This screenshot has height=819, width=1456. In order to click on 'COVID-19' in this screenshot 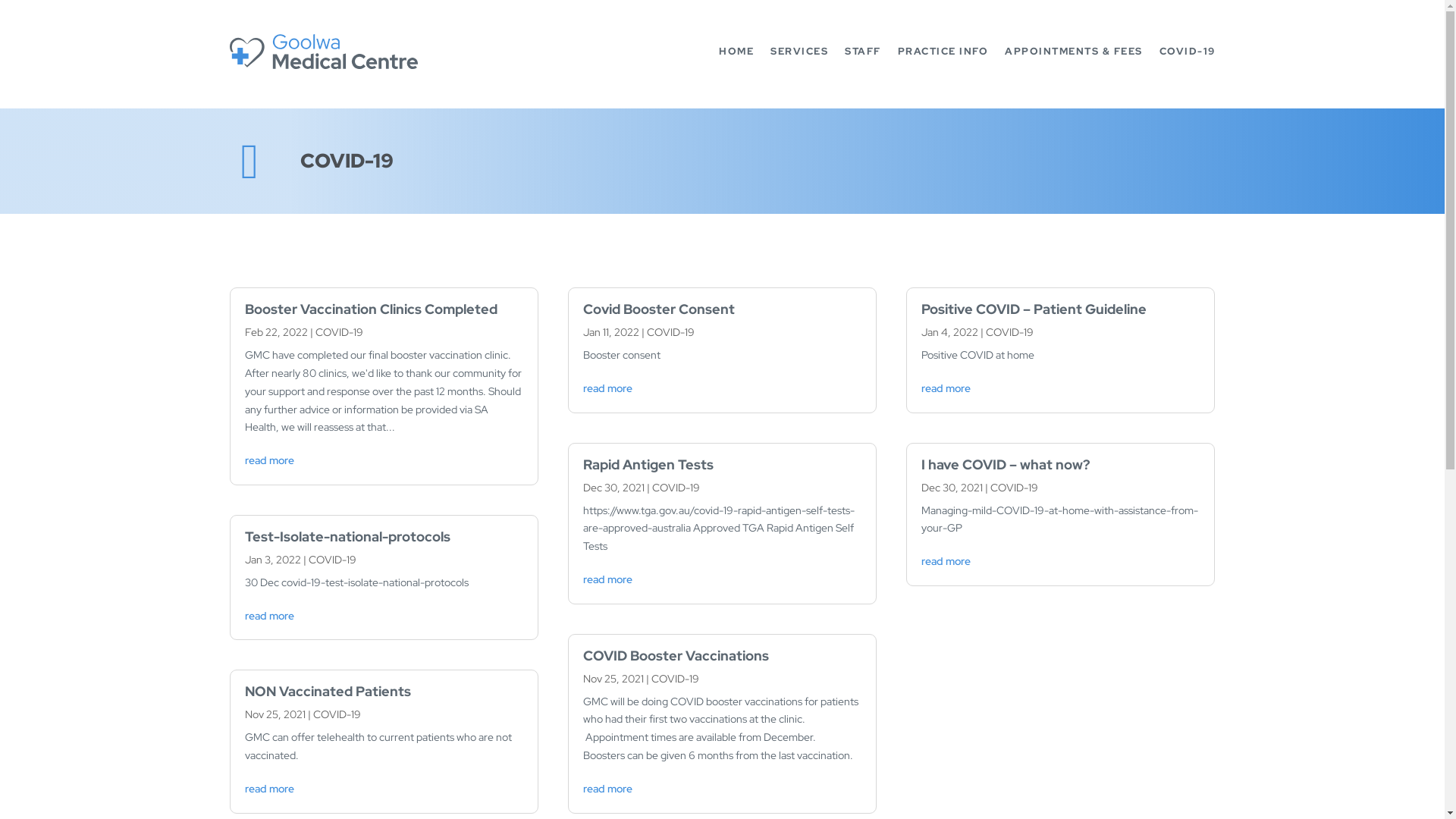, I will do `click(1185, 51)`.